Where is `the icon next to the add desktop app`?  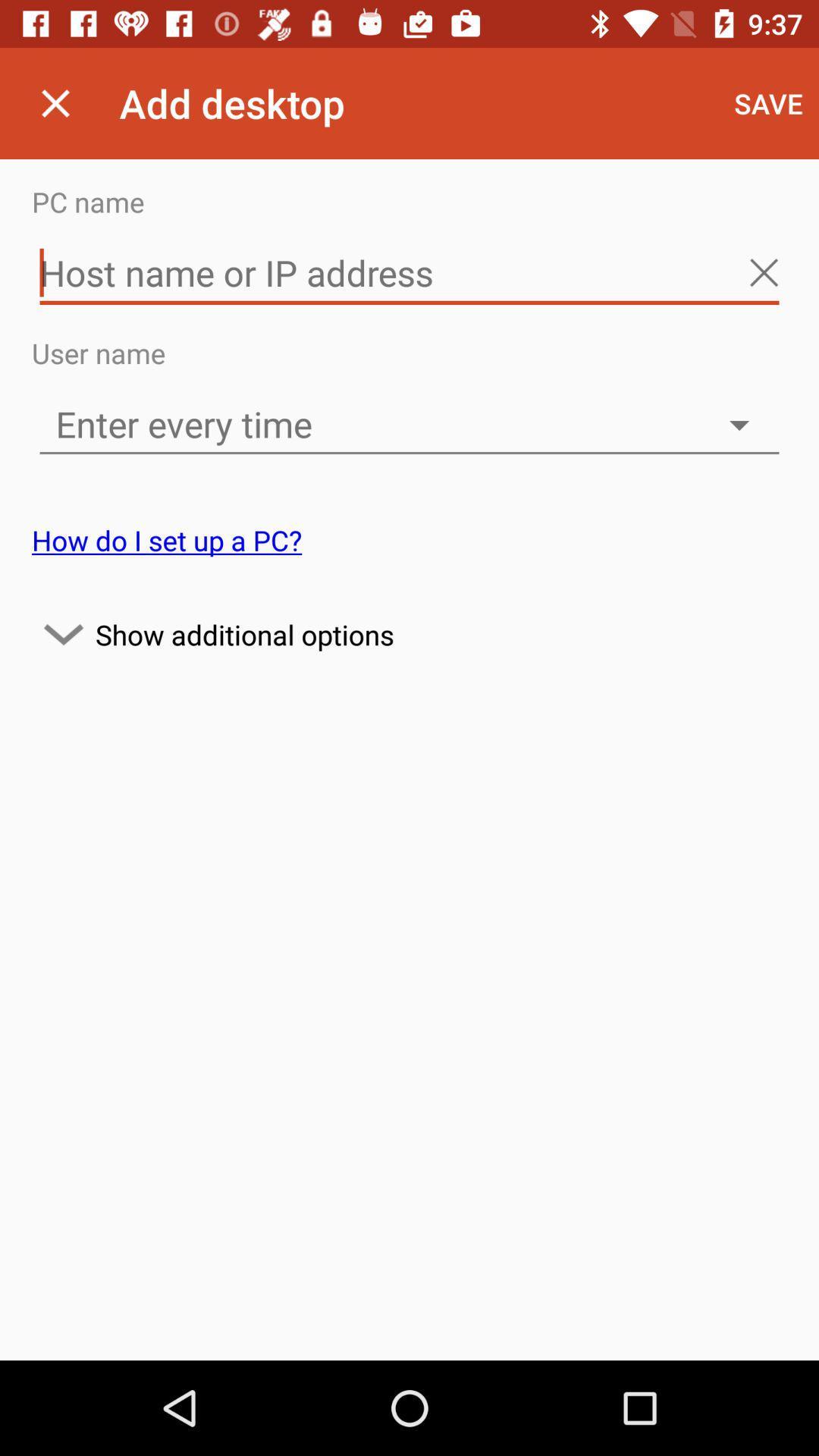
the icon next to the add desktop app is located at coordinates (55, 102).